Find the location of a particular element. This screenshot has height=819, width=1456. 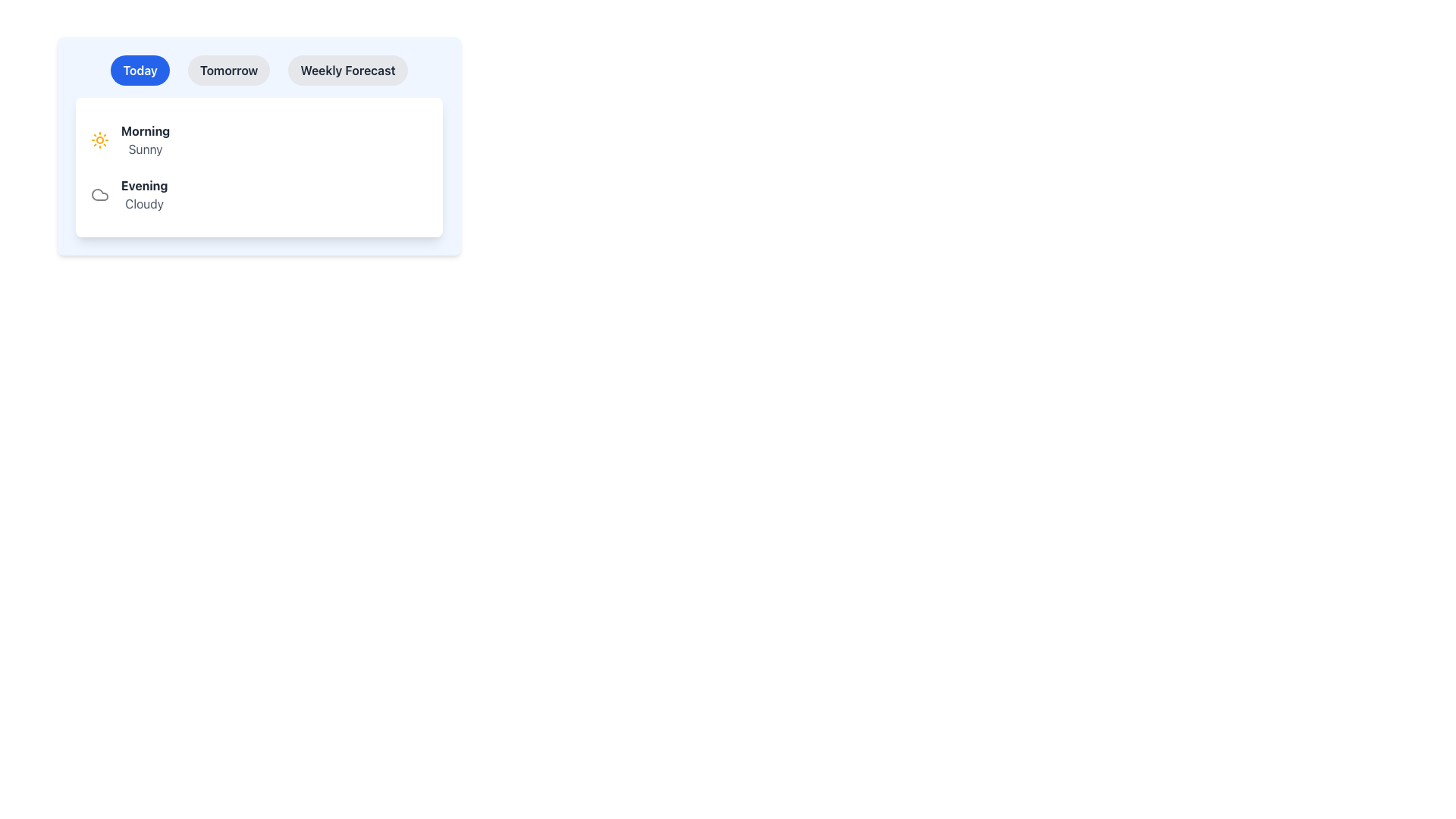

the 'Morning' text label located in the top left portion of the 'Today' weather forecast card, which is directly above the 'Sunny' label and to the right of a small sun icon is located at coordinates (146, 130).